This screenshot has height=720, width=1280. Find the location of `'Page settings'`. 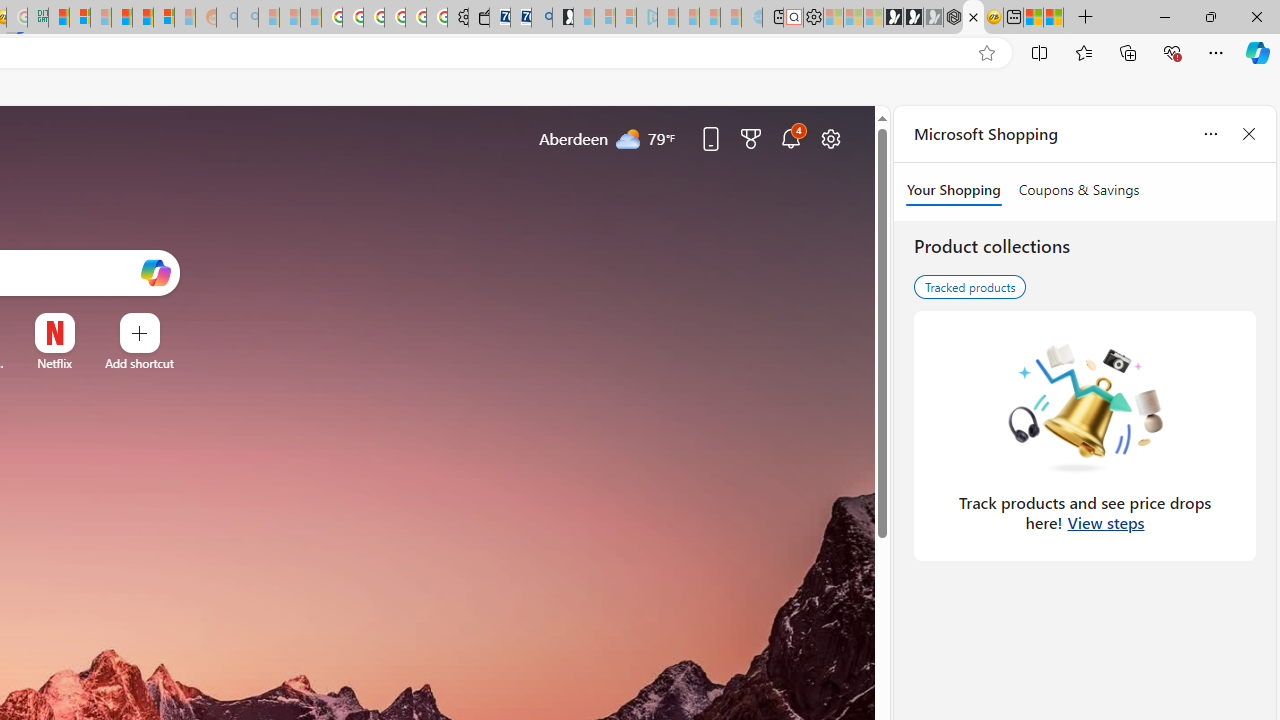

'Page settings' is located at coordinates (831, 137).